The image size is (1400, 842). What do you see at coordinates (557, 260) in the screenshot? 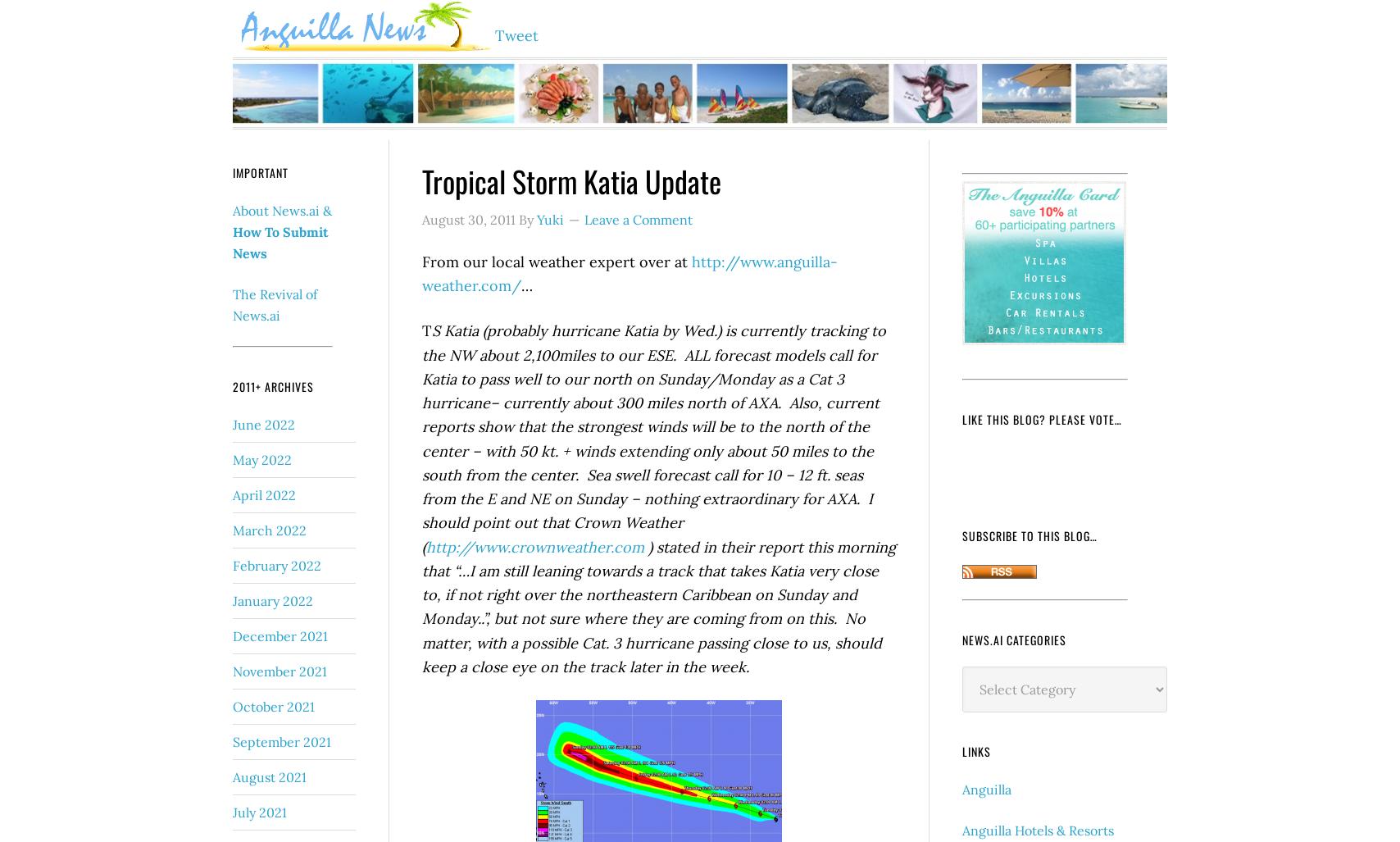
I see `'From our local weather expert over at'` at bounding box center [557, 260].